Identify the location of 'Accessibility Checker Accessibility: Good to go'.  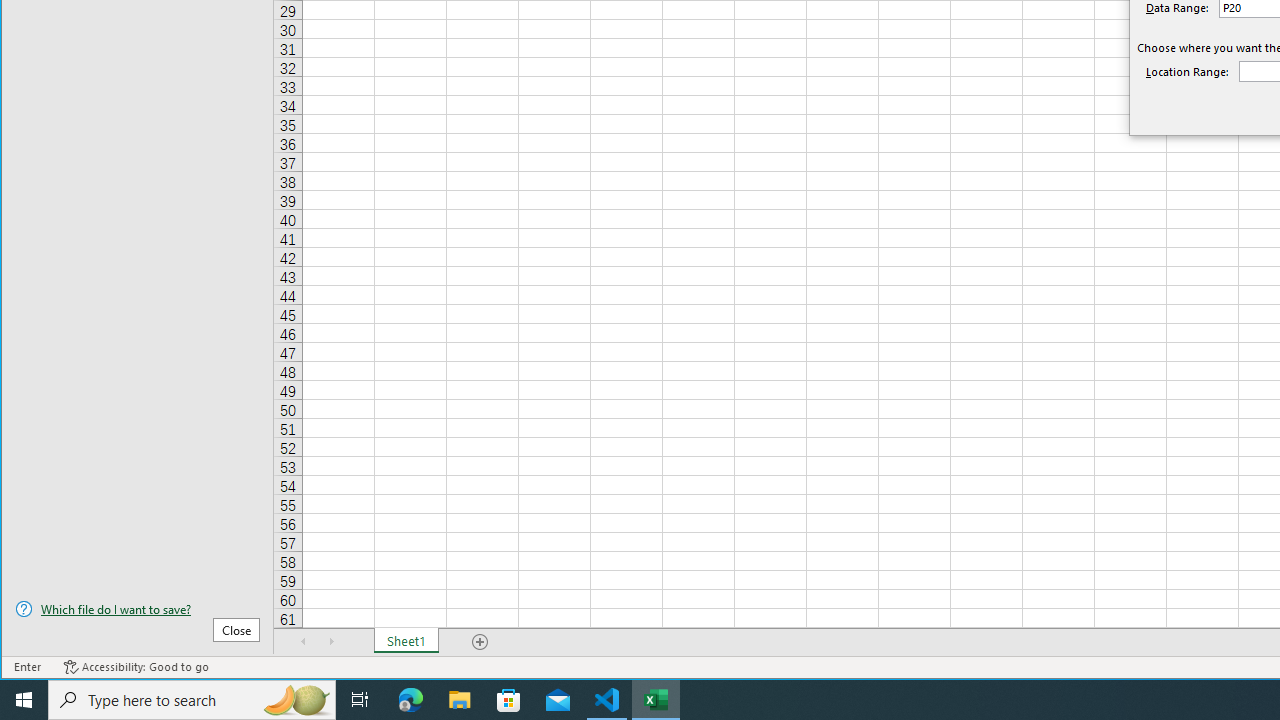
(135, 667).